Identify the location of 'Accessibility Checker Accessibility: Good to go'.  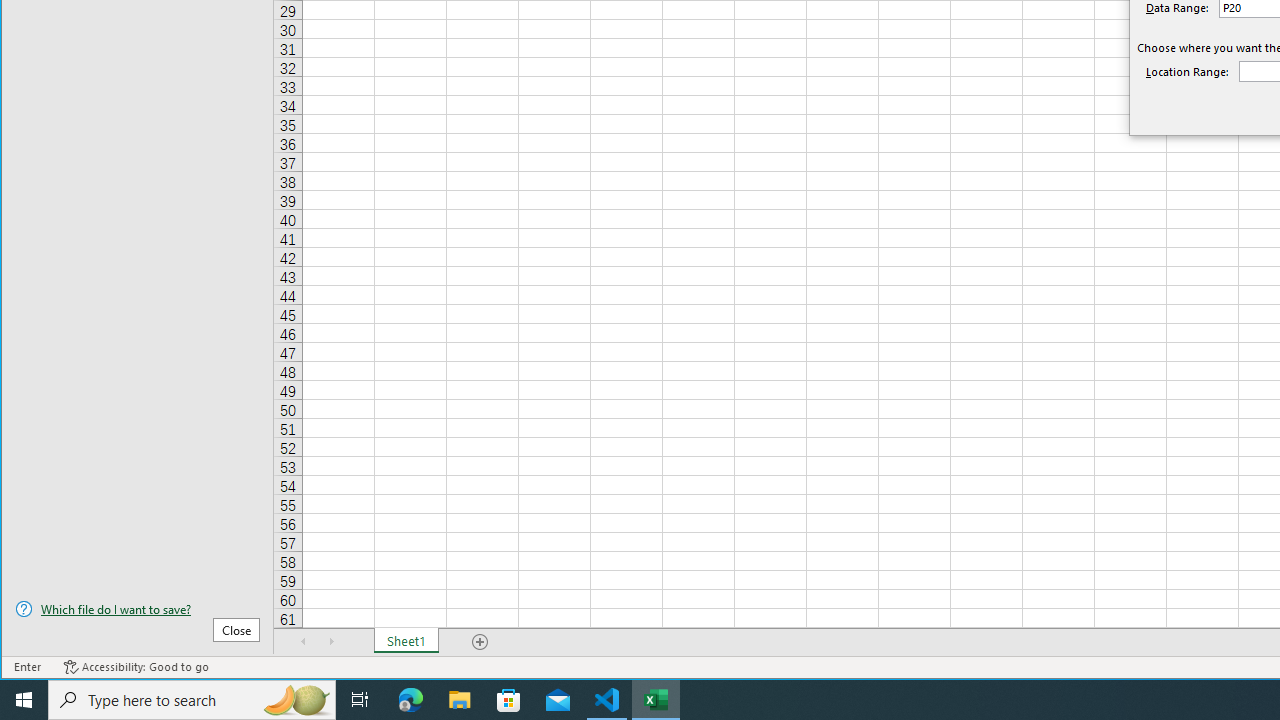
(135, 667).